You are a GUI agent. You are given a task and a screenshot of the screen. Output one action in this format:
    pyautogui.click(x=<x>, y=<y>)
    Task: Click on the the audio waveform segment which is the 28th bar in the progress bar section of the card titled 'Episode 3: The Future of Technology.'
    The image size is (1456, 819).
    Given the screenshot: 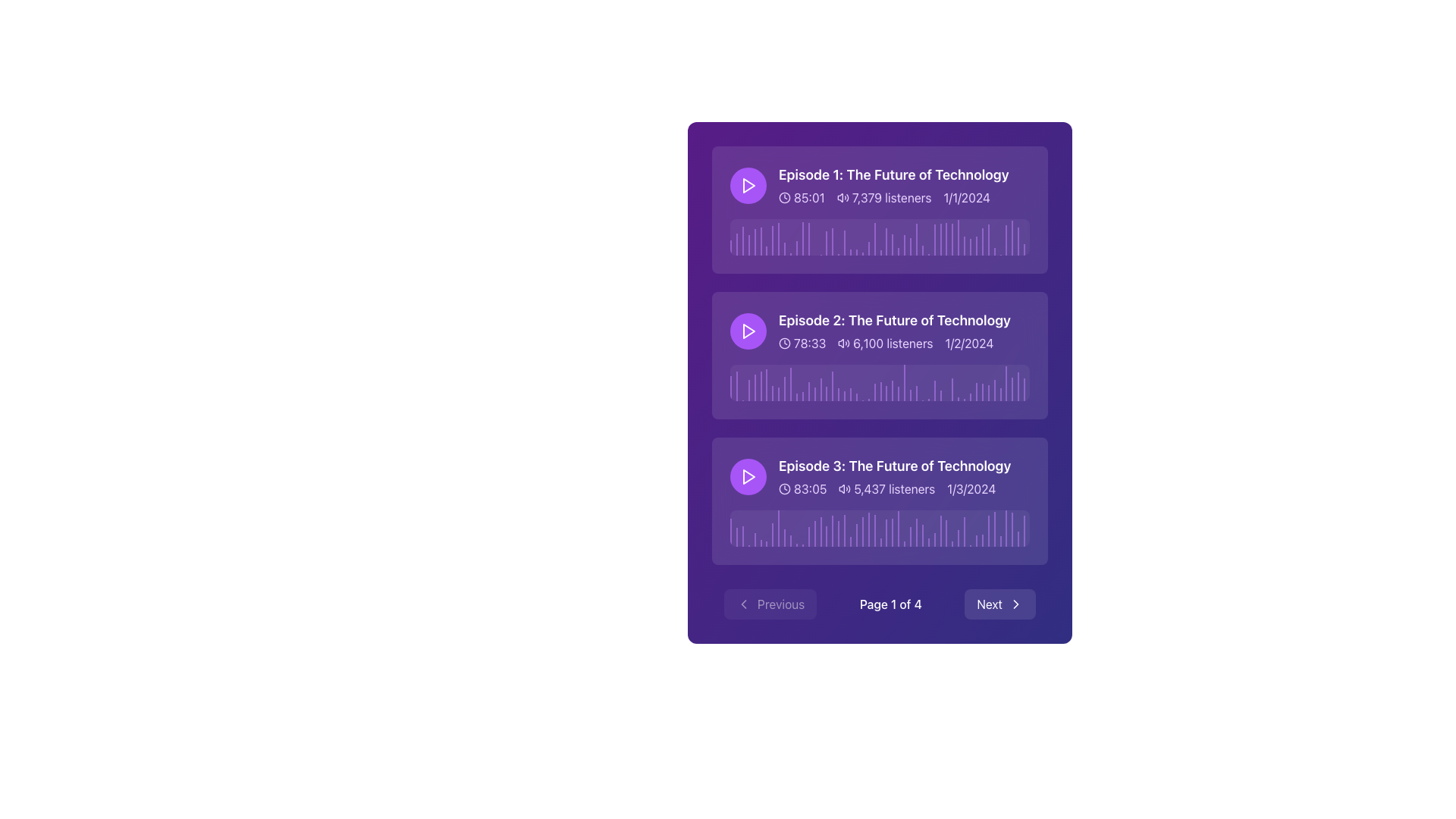 What is the action you would take?
    pyautogui.click(x=893, y=532)
    